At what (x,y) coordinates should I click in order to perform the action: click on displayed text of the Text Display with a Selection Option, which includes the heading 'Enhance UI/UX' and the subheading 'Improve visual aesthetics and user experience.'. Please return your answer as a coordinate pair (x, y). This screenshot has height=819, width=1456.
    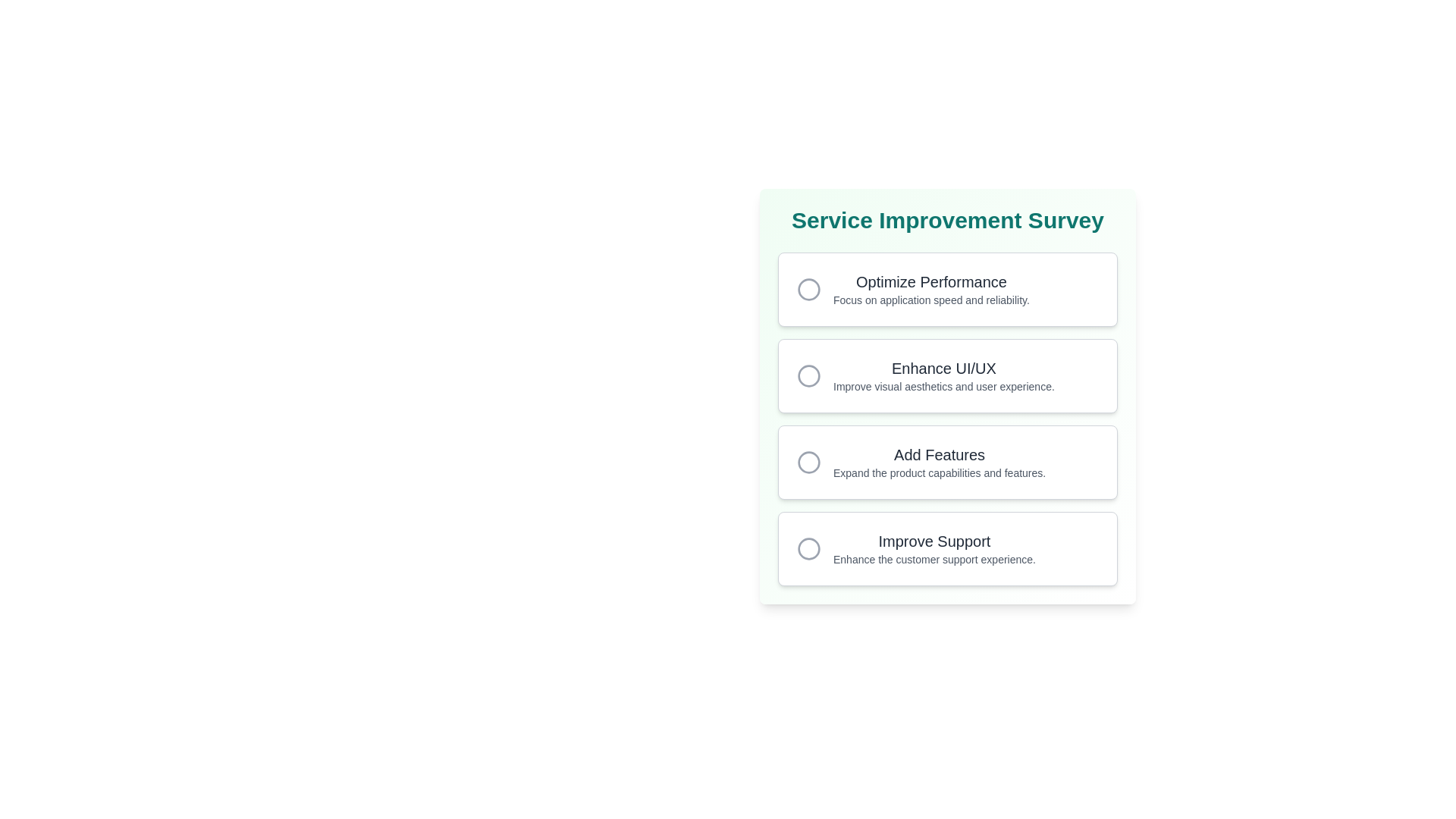
    Looking at the image, I should click on (943, 375).